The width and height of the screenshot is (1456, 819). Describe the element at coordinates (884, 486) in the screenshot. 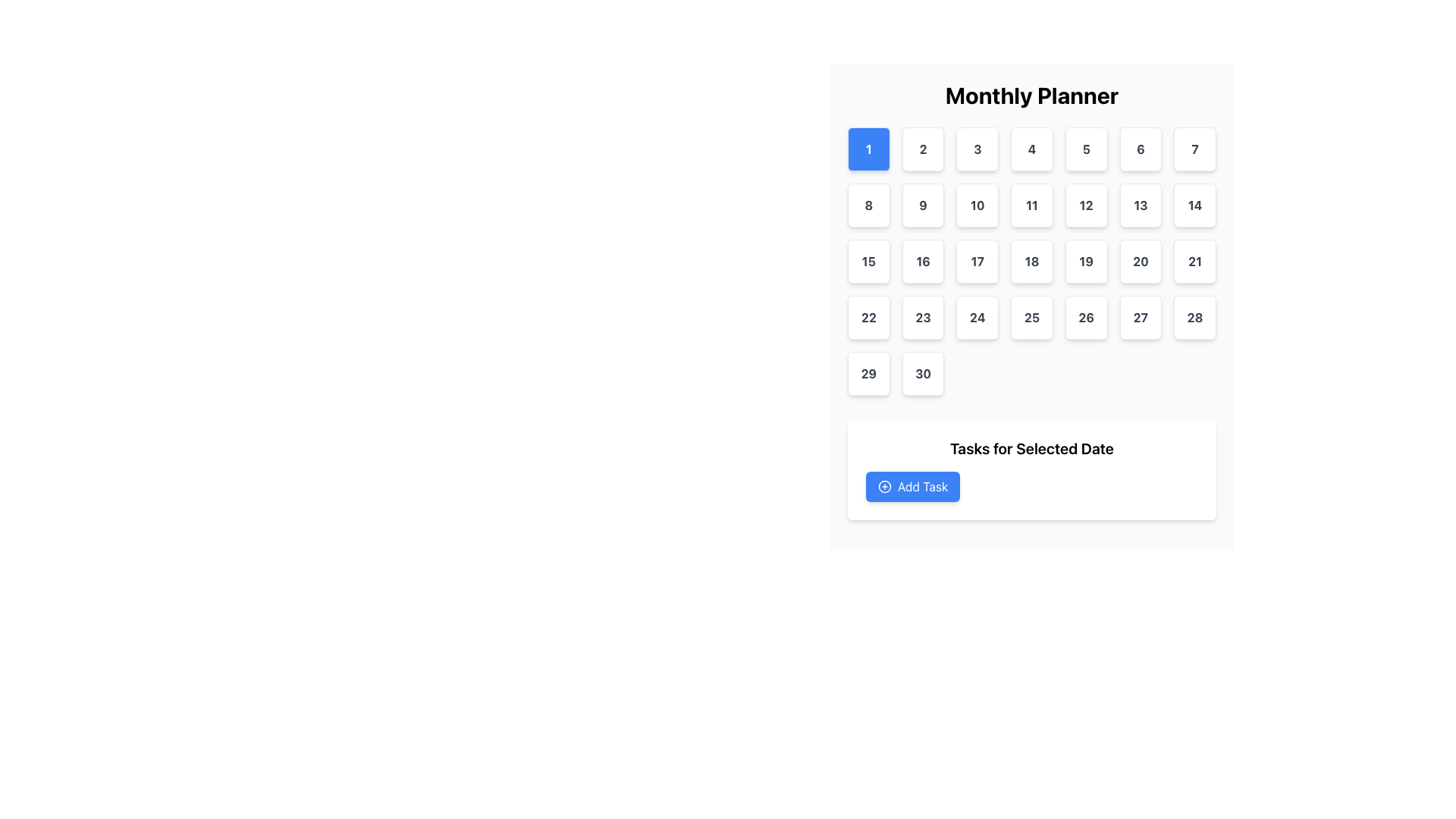

I see `the circular '+' icon inside the 'Add Task' button located at the bottom of the 'Tasks for Selected Date' section` at that location.